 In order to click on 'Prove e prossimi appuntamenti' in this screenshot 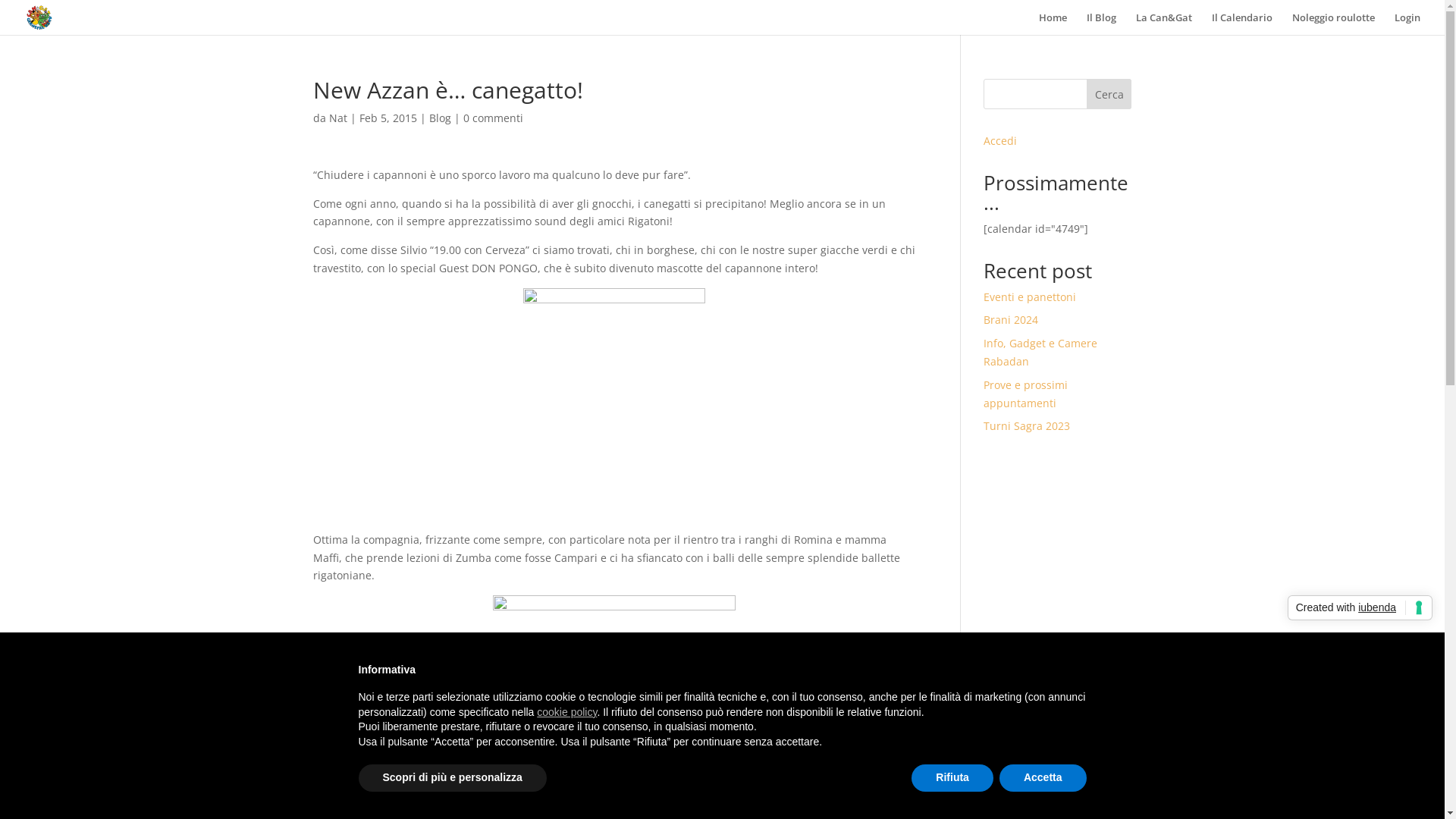, I will do `click(1025, 393)`.